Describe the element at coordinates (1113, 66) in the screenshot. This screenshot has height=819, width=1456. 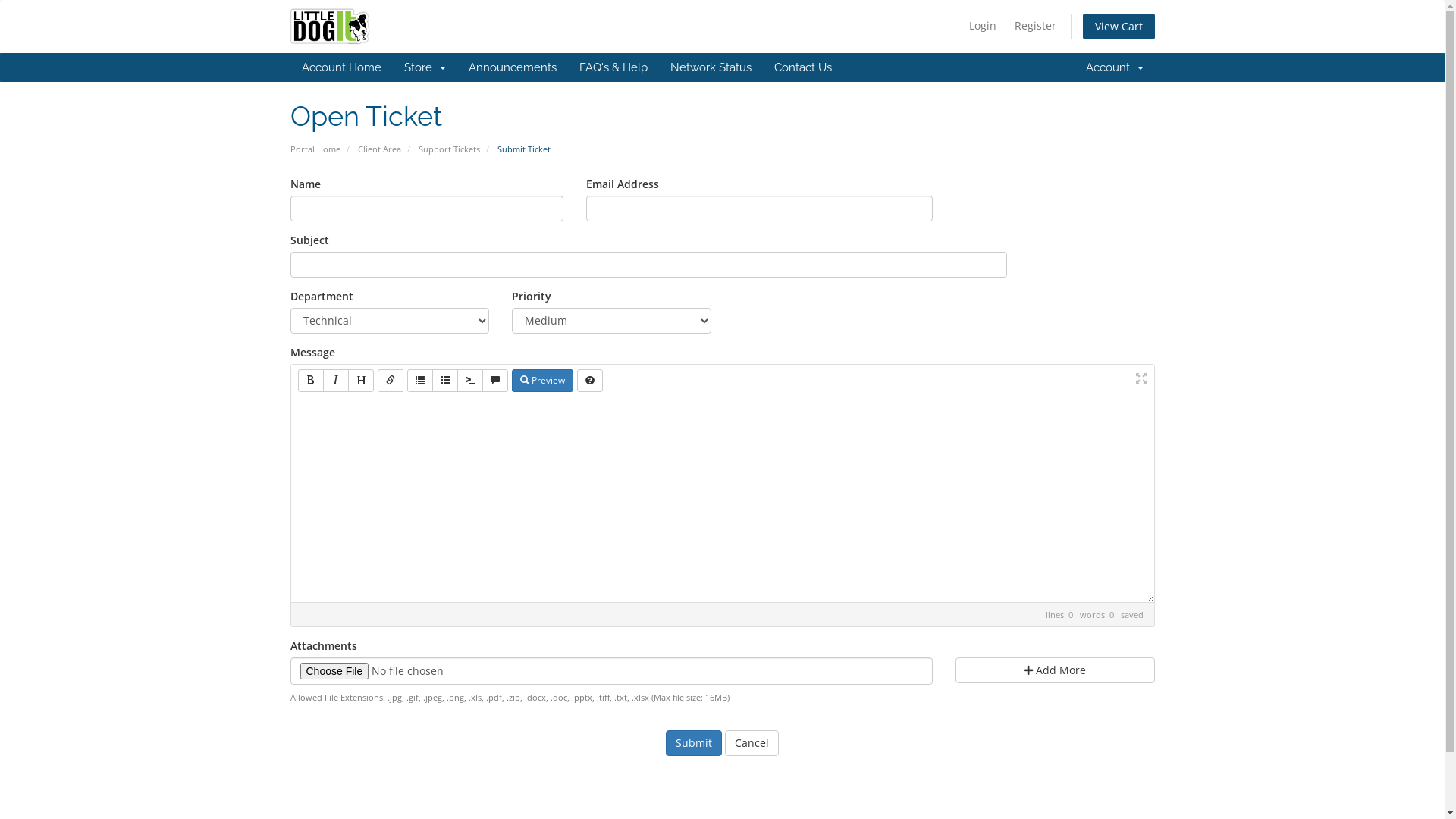
I see `'Account  '` at that location.